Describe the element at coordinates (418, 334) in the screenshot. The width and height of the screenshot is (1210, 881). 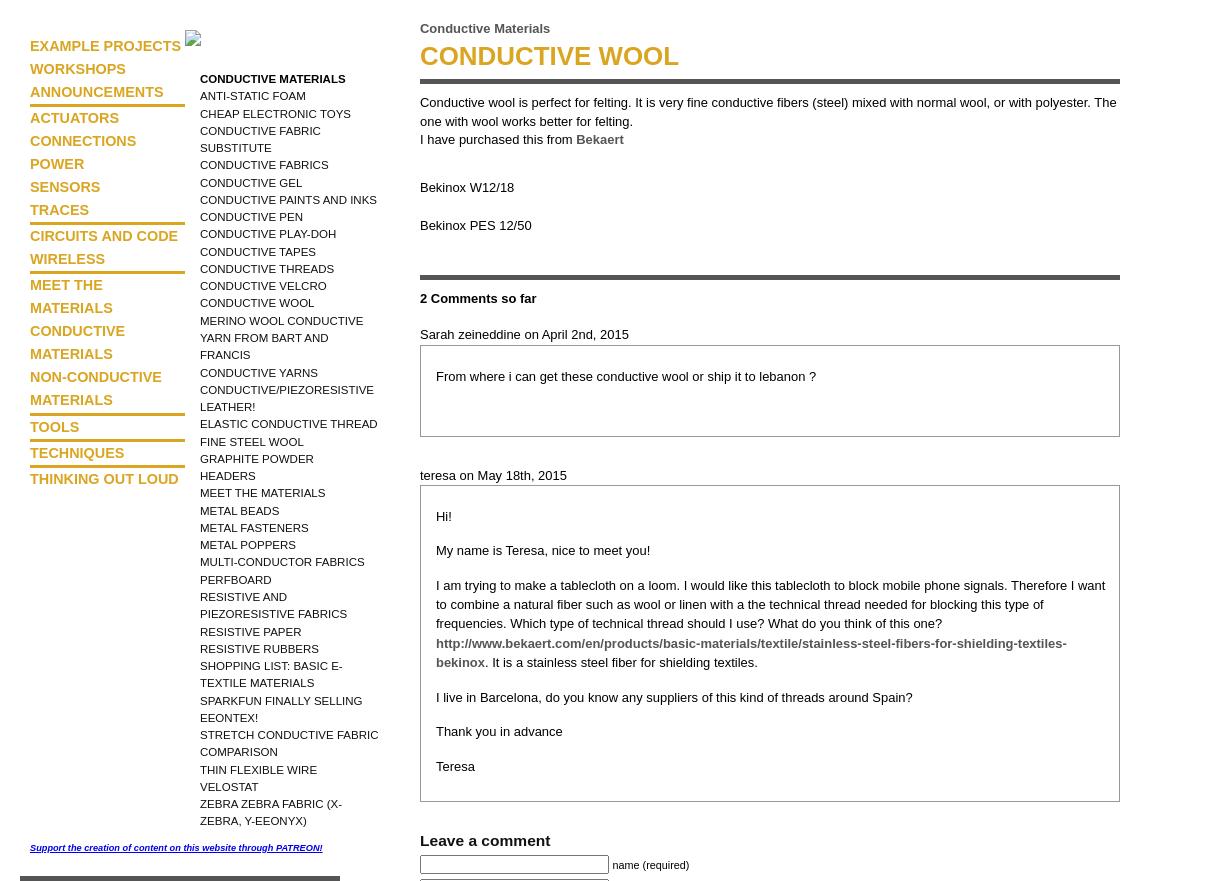
I see `'Sarah zeineddine on
        April 2nd, 2015'` at that location.